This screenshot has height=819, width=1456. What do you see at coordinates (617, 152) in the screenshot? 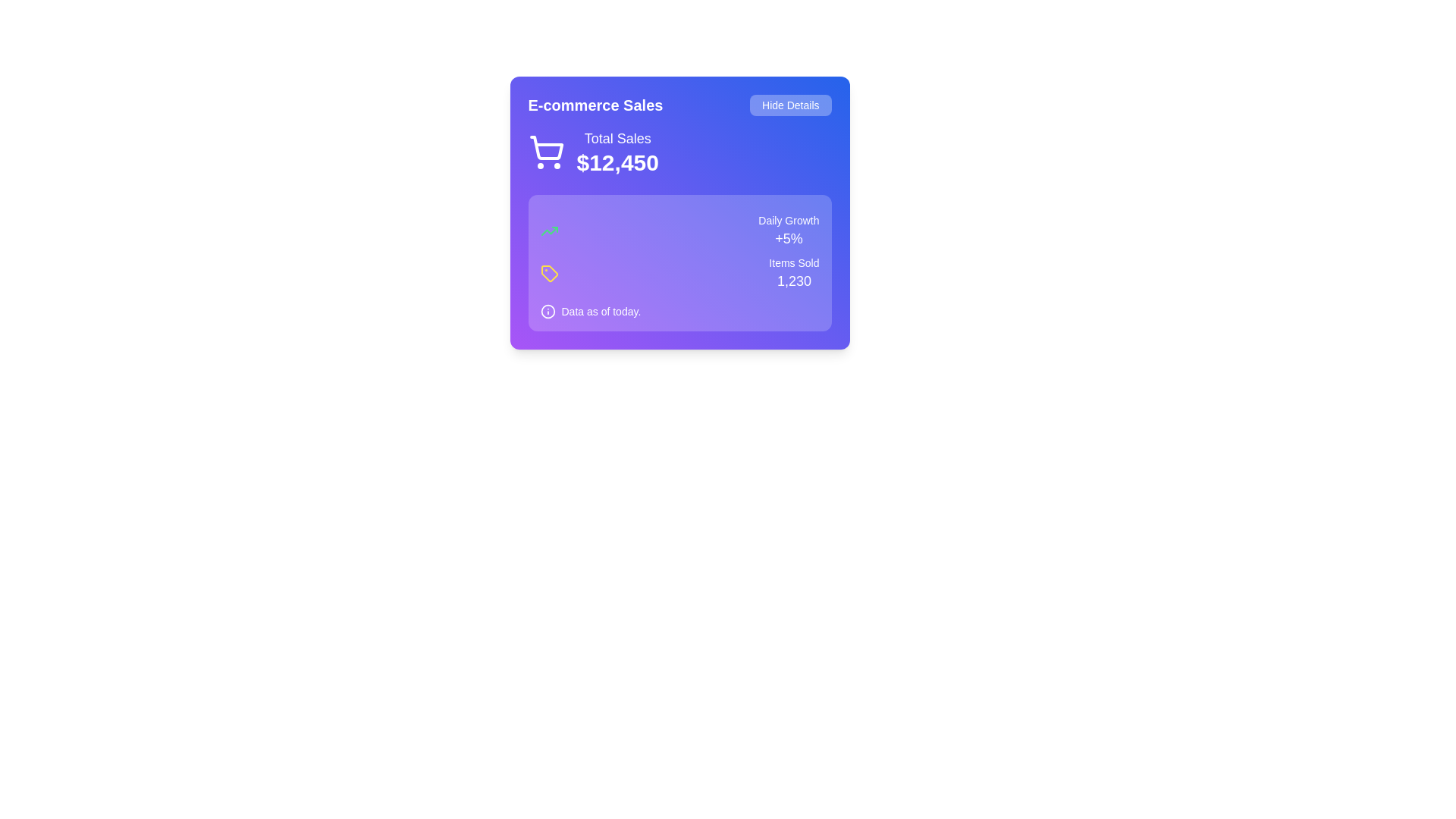
I see `the Text Display that shows the total sales amount, located below the shopping cart icon and above 'Daily Growth' and 'Items Sold'` at bounding box center [617, 152].